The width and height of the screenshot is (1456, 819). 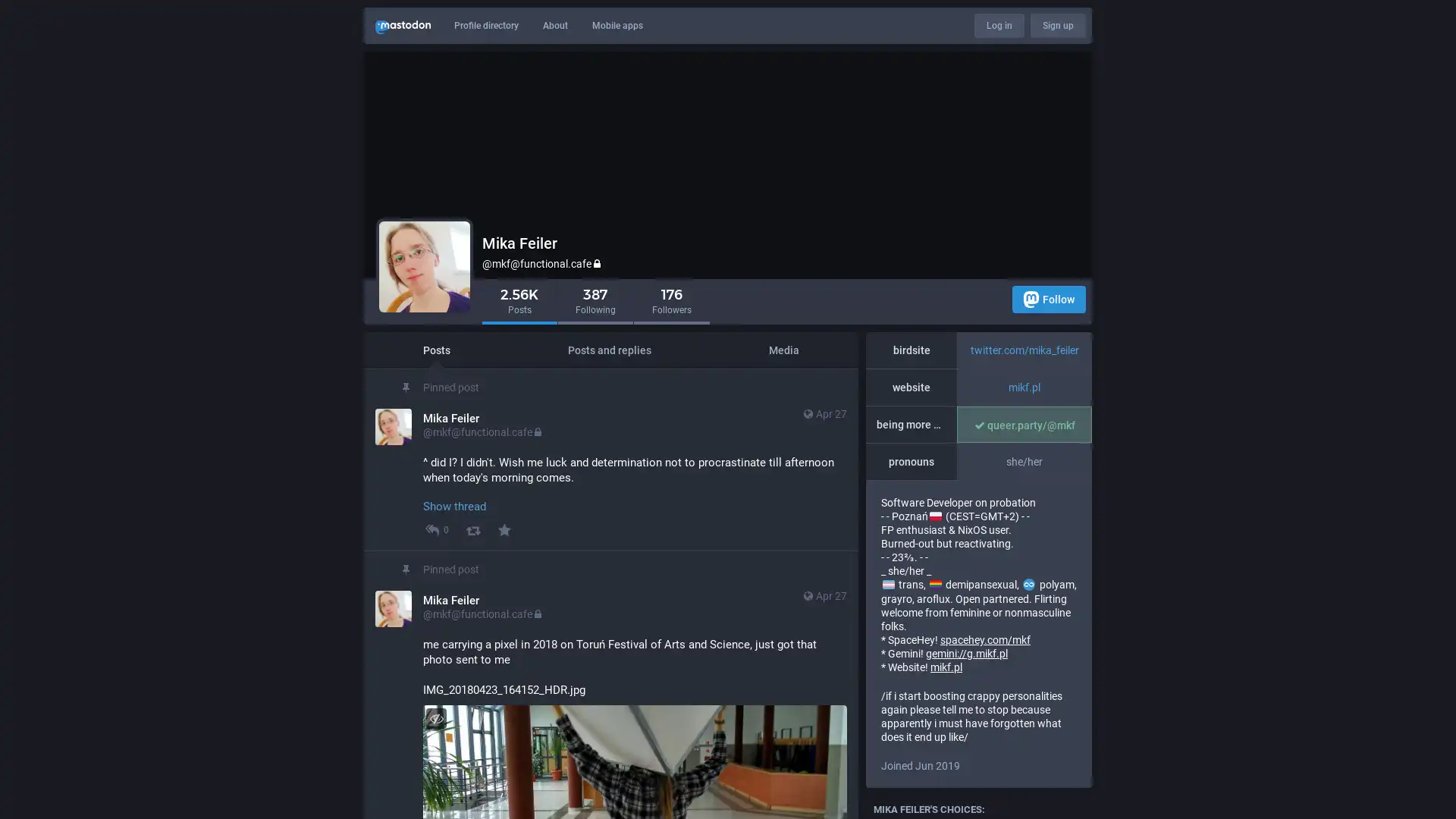 What do you see at coordinates (435, 717) in the screenshot?
I see `Hide image` at bounding box center [435, 717].